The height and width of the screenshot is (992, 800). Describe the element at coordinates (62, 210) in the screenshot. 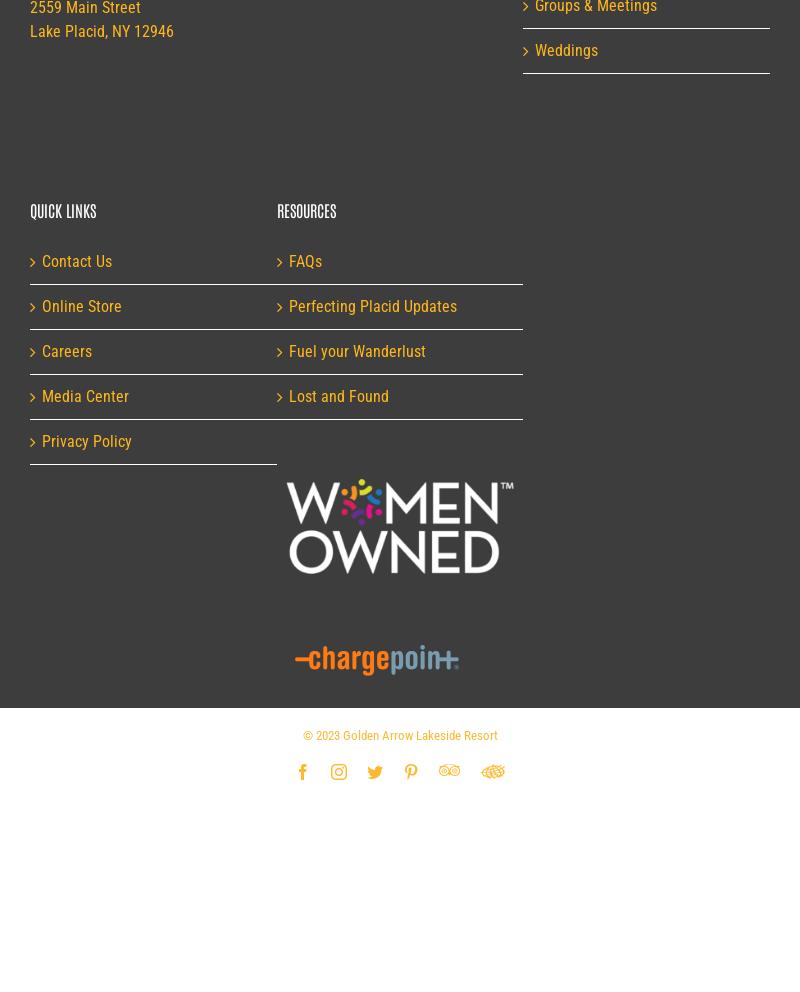

I see `'Quick Links'` at that location.